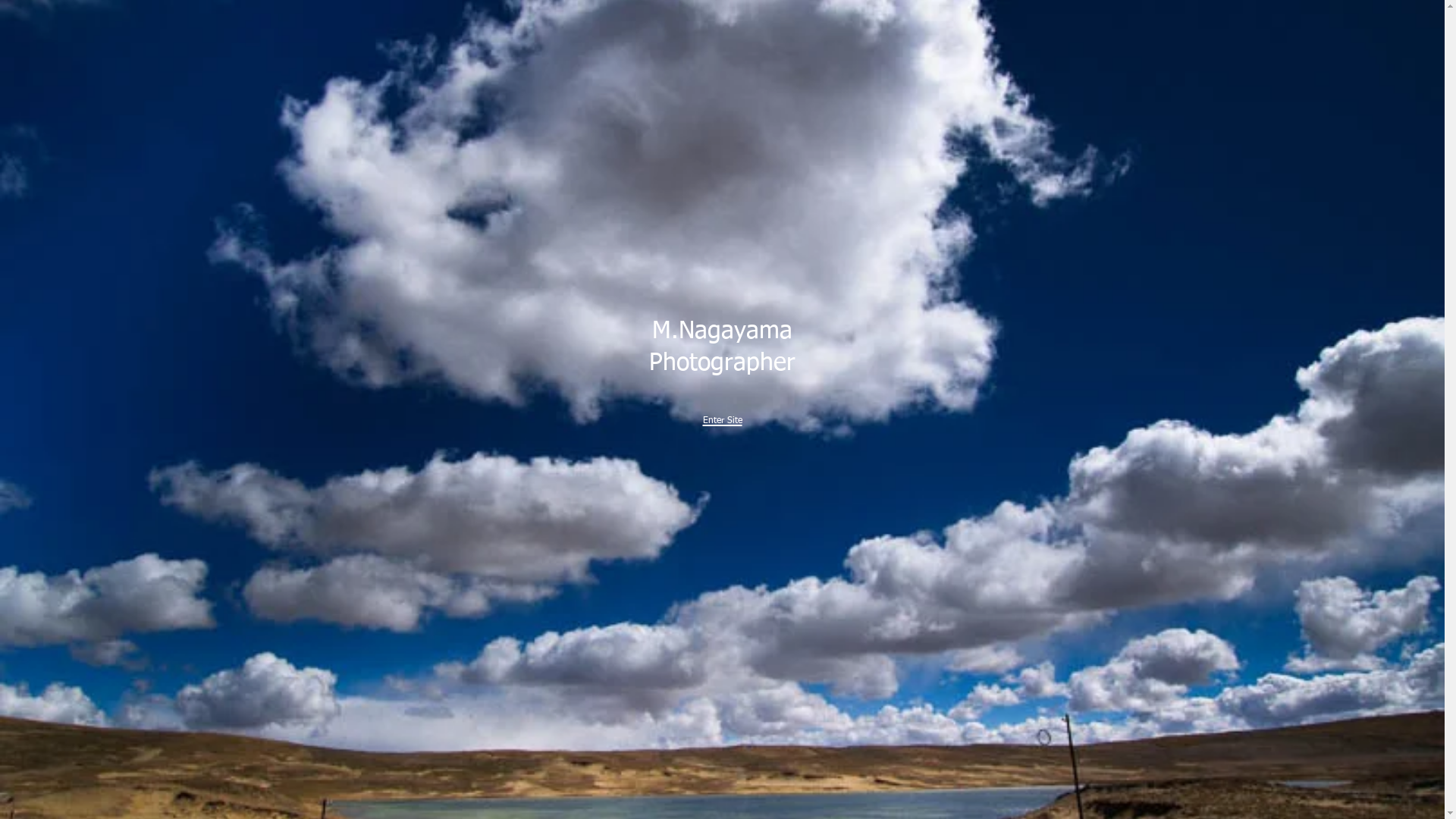 Image resolution: width=1456 pixels, height=819 pixels. I want to click on 'Enter Site', so click(720, 416).